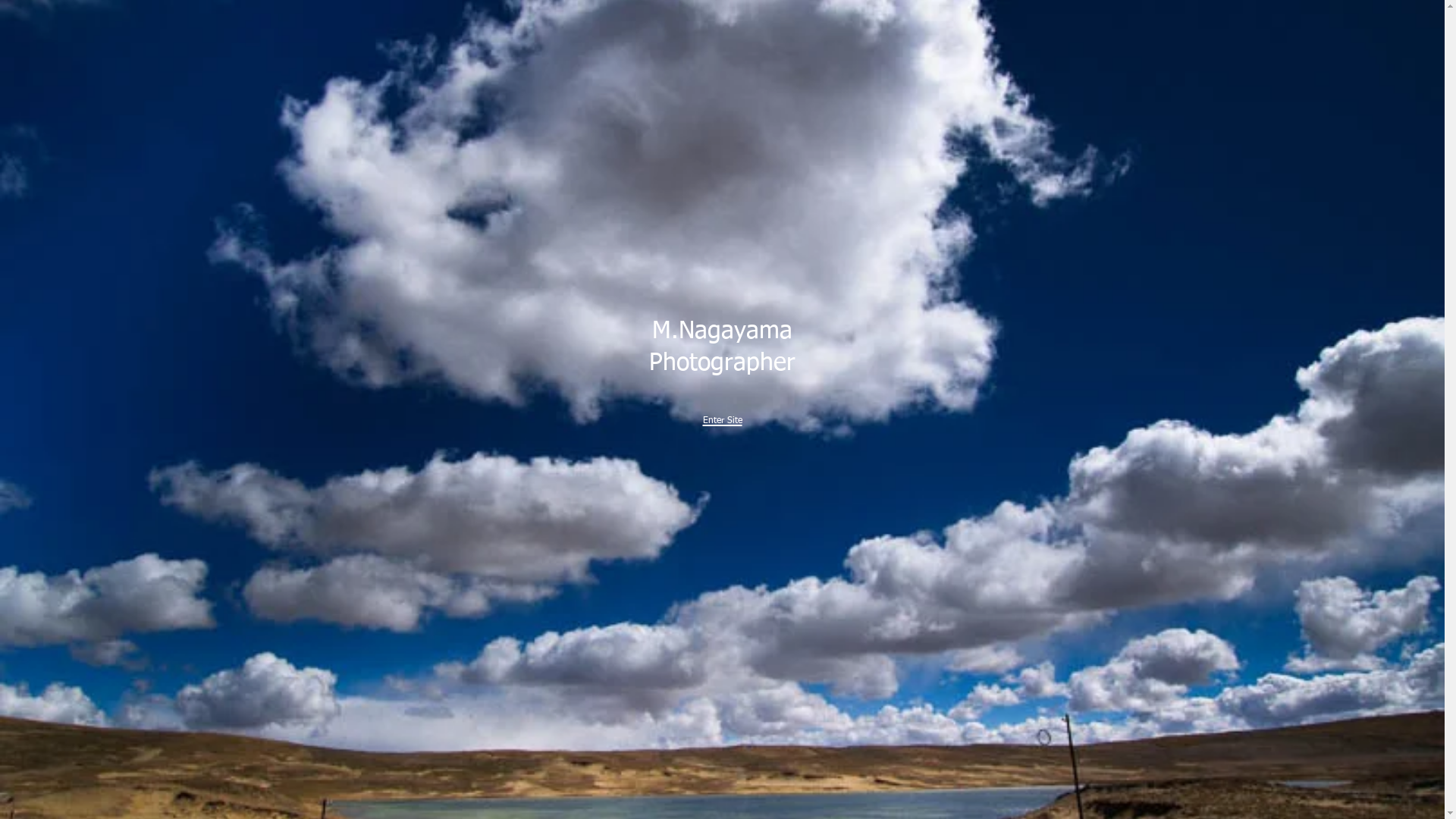 Image resolution: width=1456 pixels, height=819 pixels. I want to click on 'Enter Site', so click(720, 416).